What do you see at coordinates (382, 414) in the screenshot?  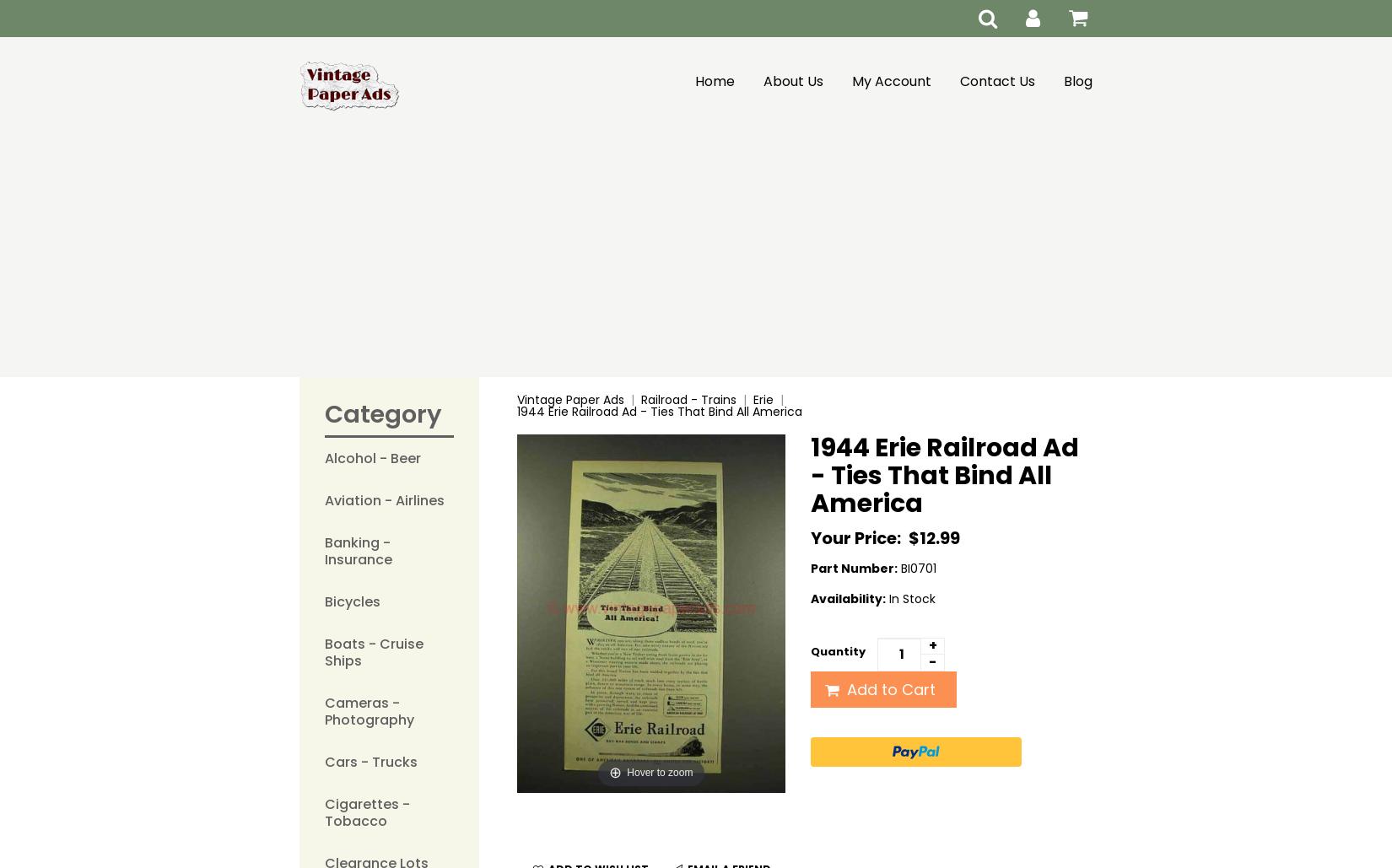 I see `'Category'` at bounding box center [382, 414].